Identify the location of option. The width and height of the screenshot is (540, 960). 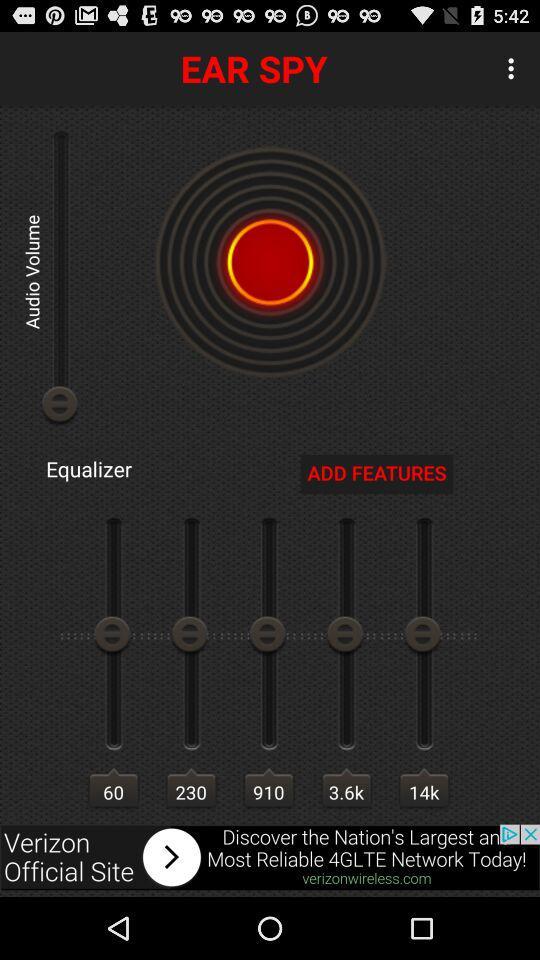
(270, 856).